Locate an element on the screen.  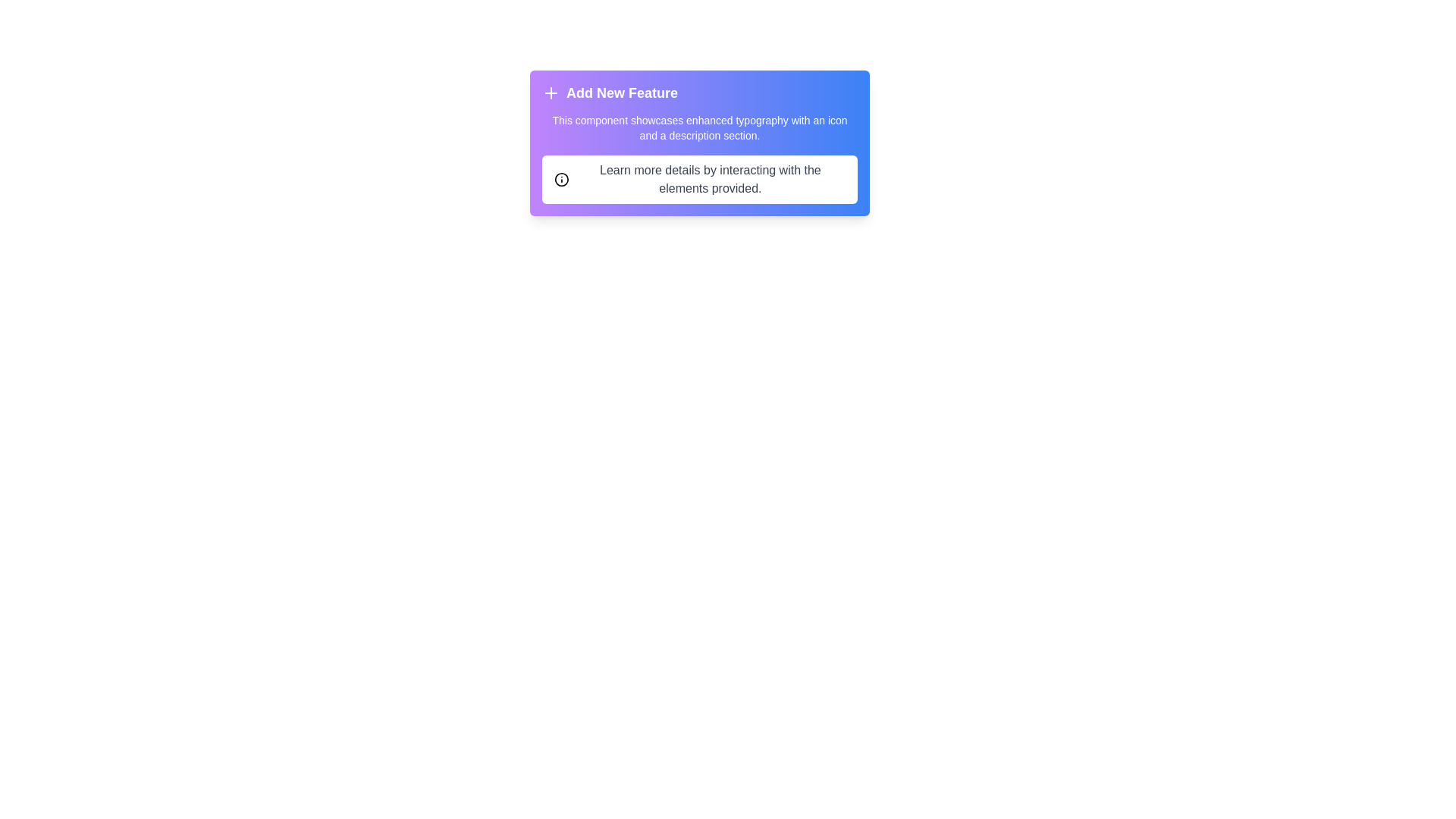
the plus symbol icon located to the left of the 'Add New Feature' title, which represents the 'Add' action is located at coordinates (550, 93).